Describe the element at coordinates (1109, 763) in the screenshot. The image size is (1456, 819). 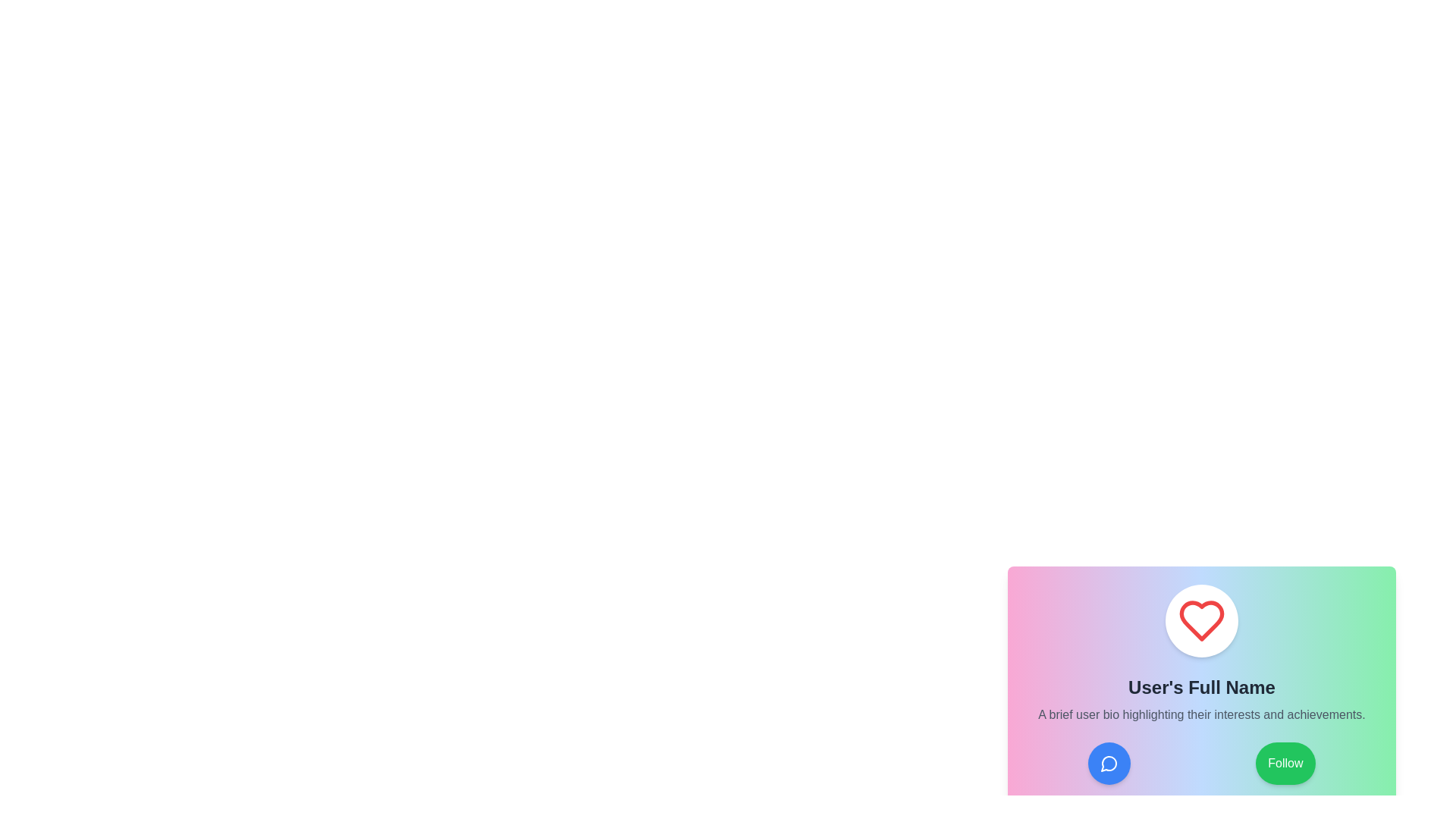
I see `the circular blue button with a white speech bubble icon located below the user information section` at that location.